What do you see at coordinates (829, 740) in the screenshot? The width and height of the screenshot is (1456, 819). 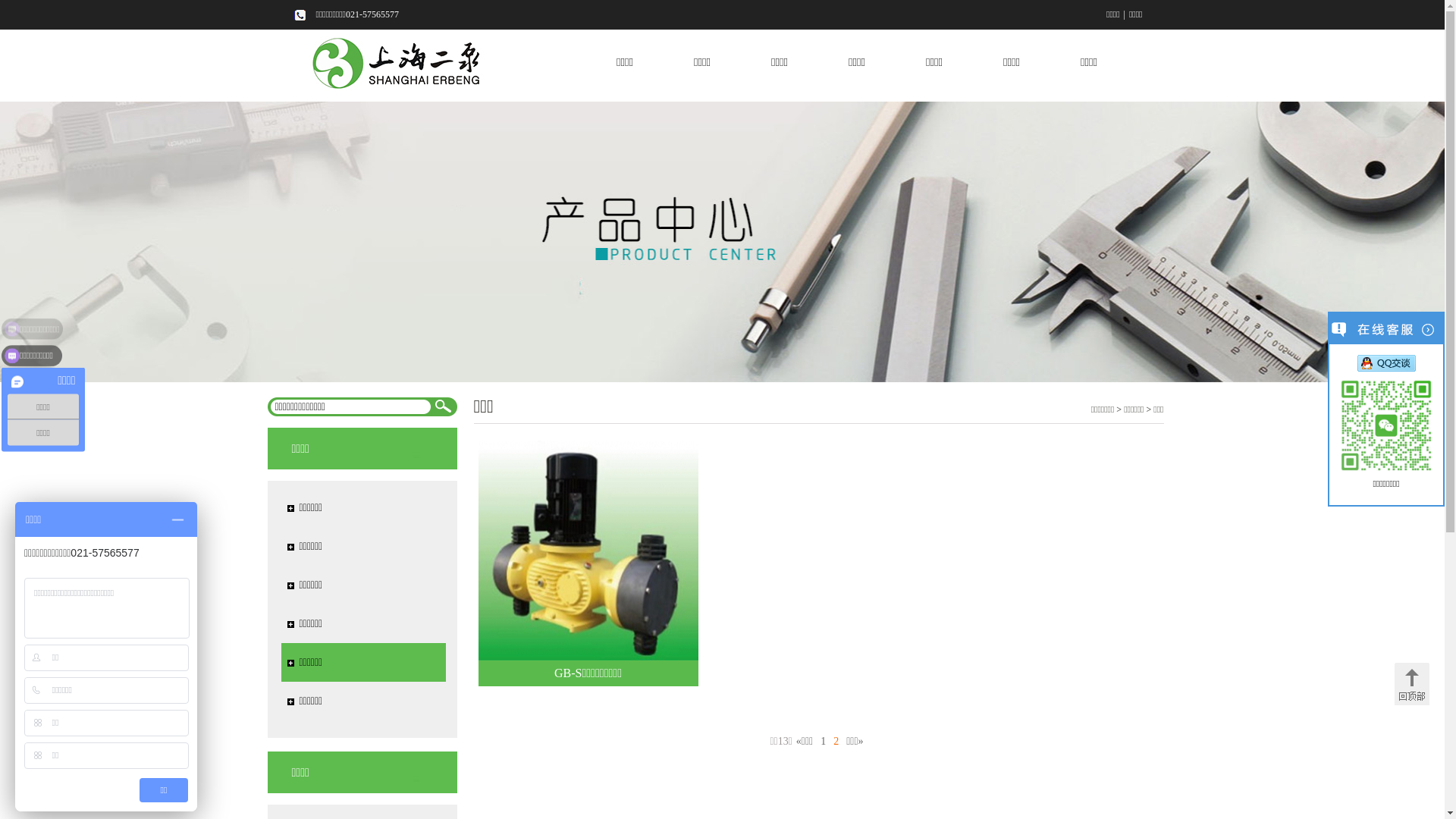 I see `'2'` at bounding box center [829, 740].